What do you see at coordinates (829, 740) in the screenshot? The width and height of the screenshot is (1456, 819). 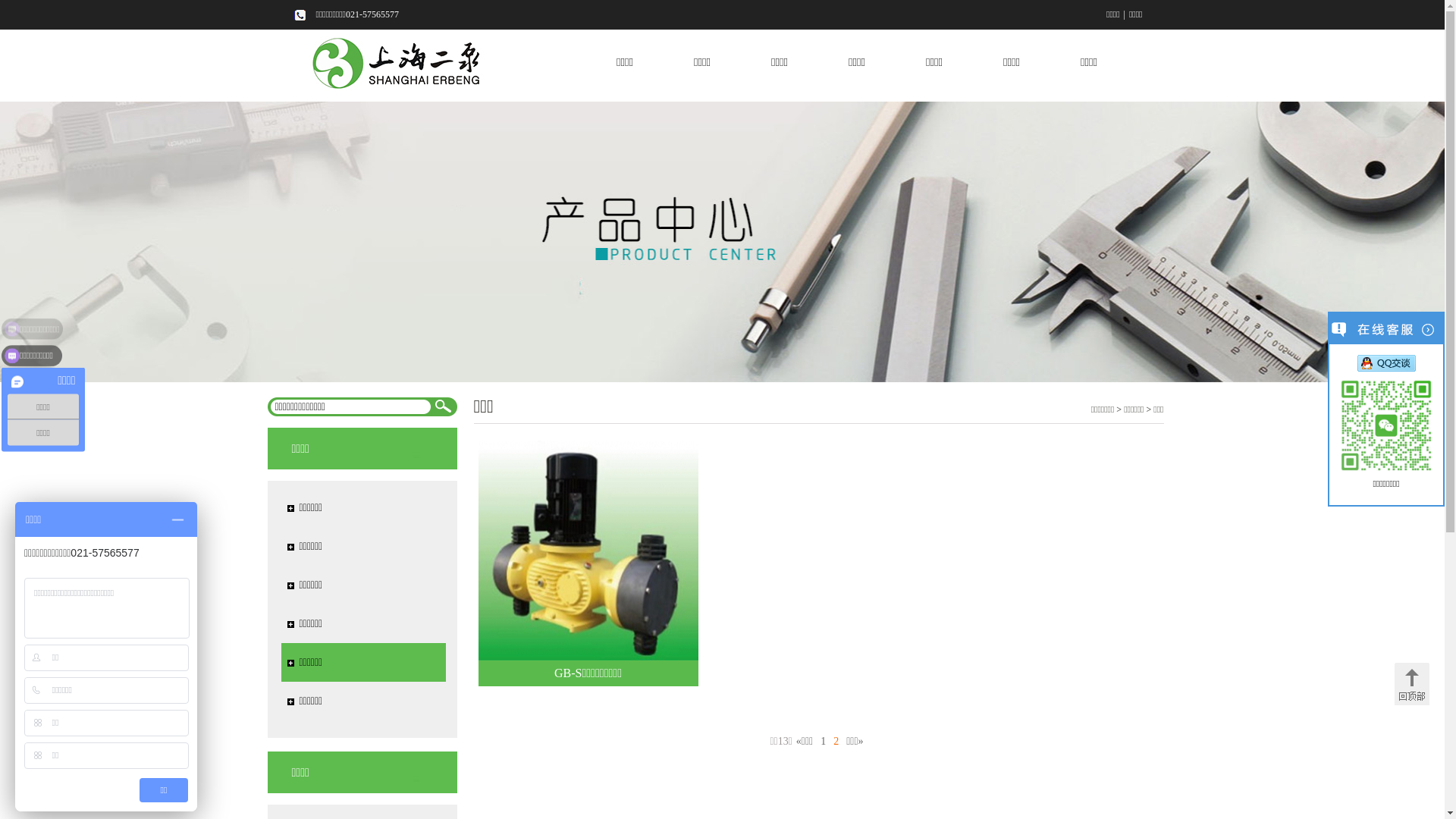 I see `'2'` at bounding box center [829, 740].